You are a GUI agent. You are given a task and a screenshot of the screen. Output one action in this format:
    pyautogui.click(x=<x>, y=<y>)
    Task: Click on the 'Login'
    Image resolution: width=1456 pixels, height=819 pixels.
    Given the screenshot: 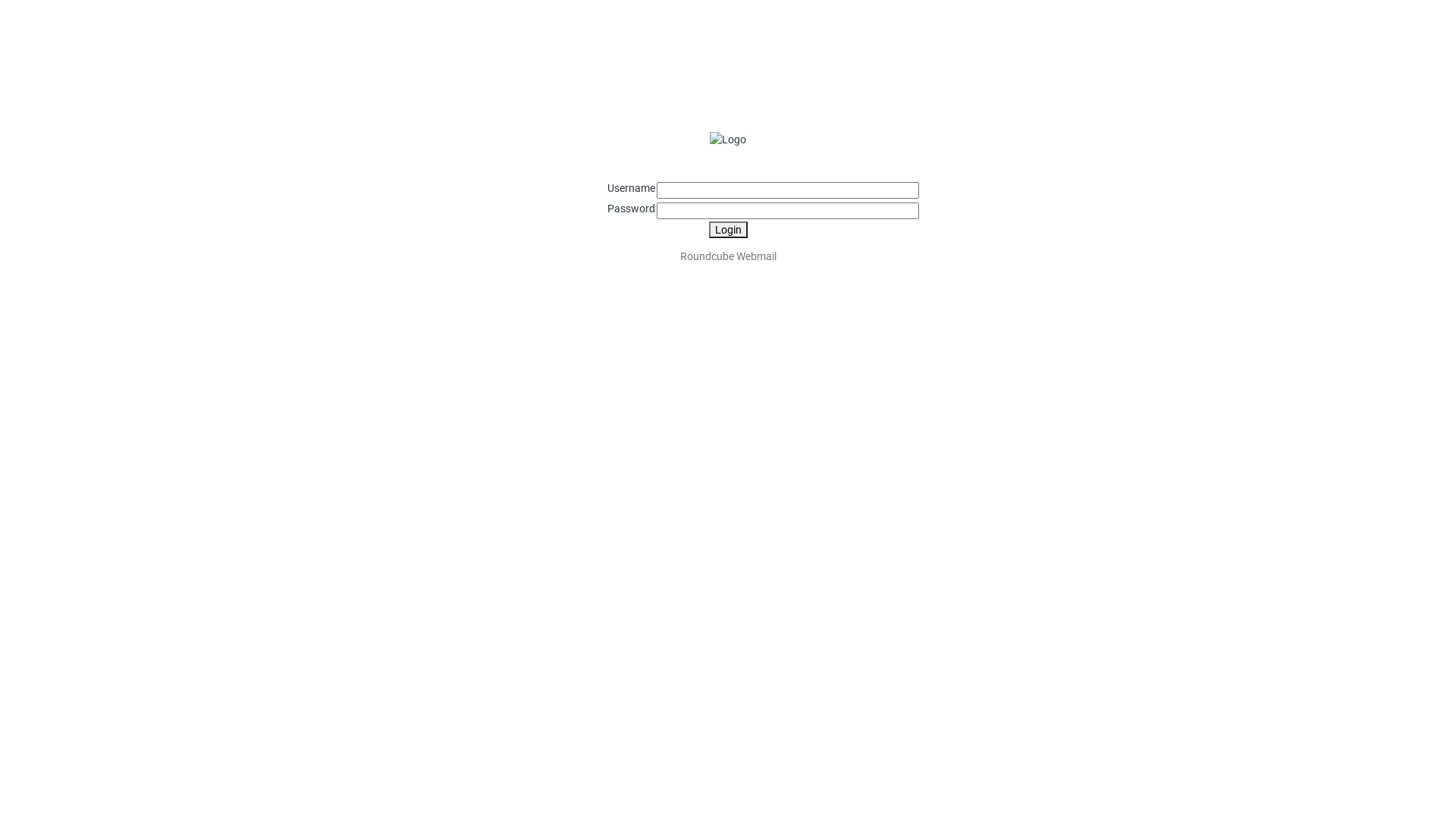 What is the action you would take?
    pyautogui.click(x=708, y=230)
    